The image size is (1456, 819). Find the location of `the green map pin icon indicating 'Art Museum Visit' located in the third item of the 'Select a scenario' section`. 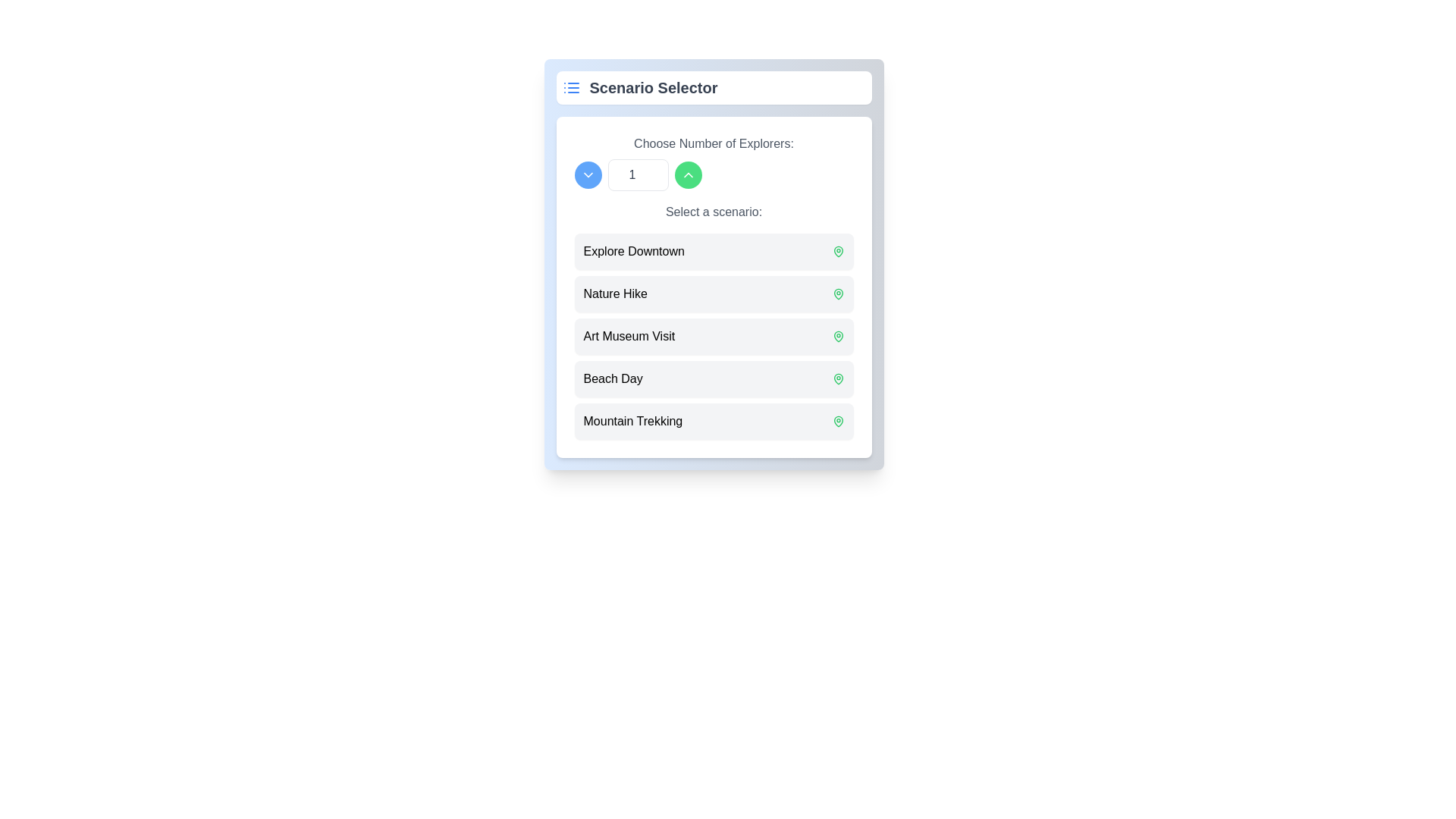

the green map pin icon indicating 'Art Museum Visit' located in the third item of the 'Select a scenario' section is located at coordinates (837, 335).